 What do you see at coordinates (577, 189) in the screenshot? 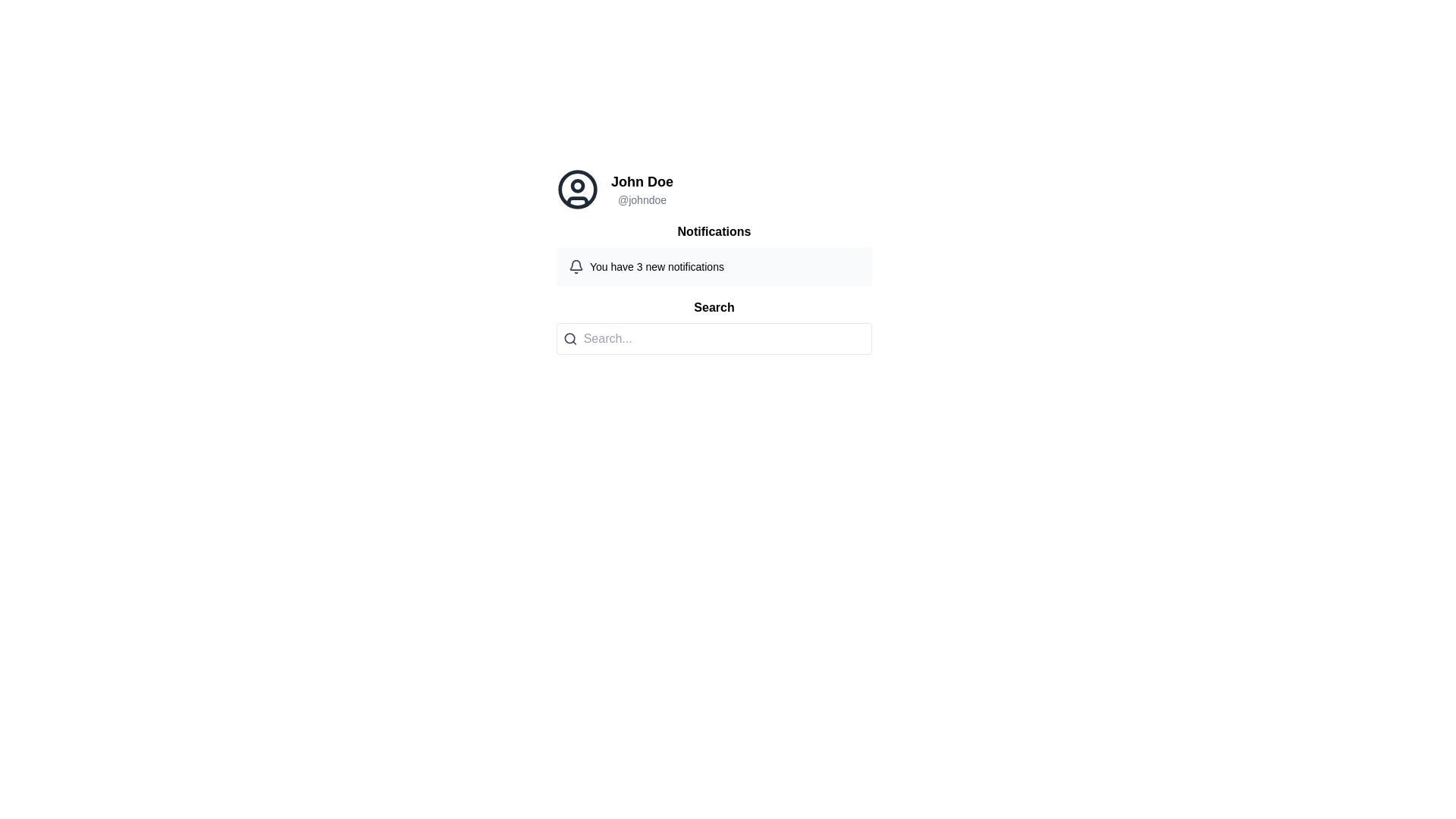
I see `the inner circle of the user profile icon, which is located to the left of the username 'John Doe' and handle '@johndoe'` at bounding box center [577, 189].